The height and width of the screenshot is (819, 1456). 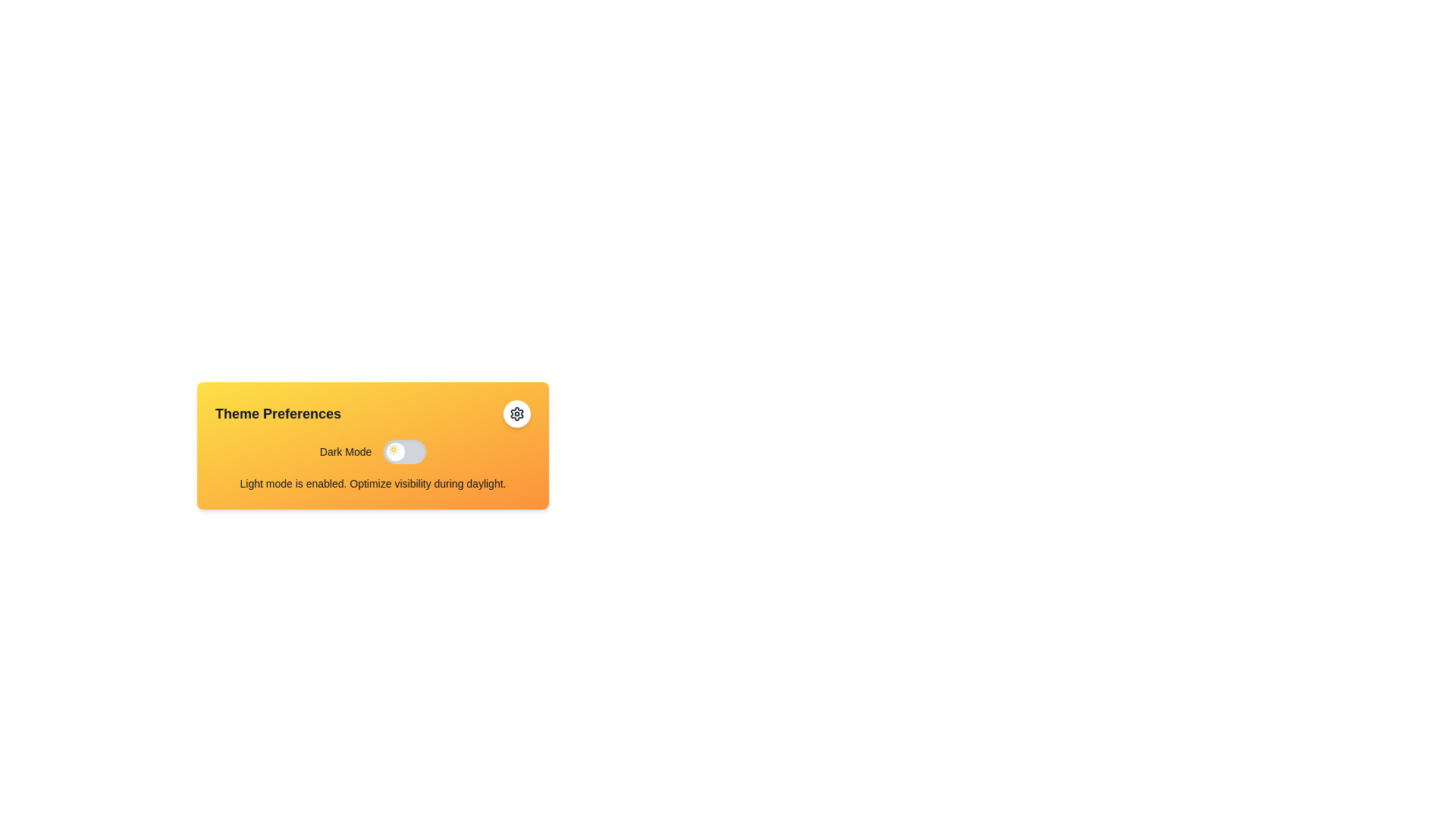 I want to click on the toggle switch located in the lower right portion beneath 'Theme Preferences', so click(x=372, y=451).